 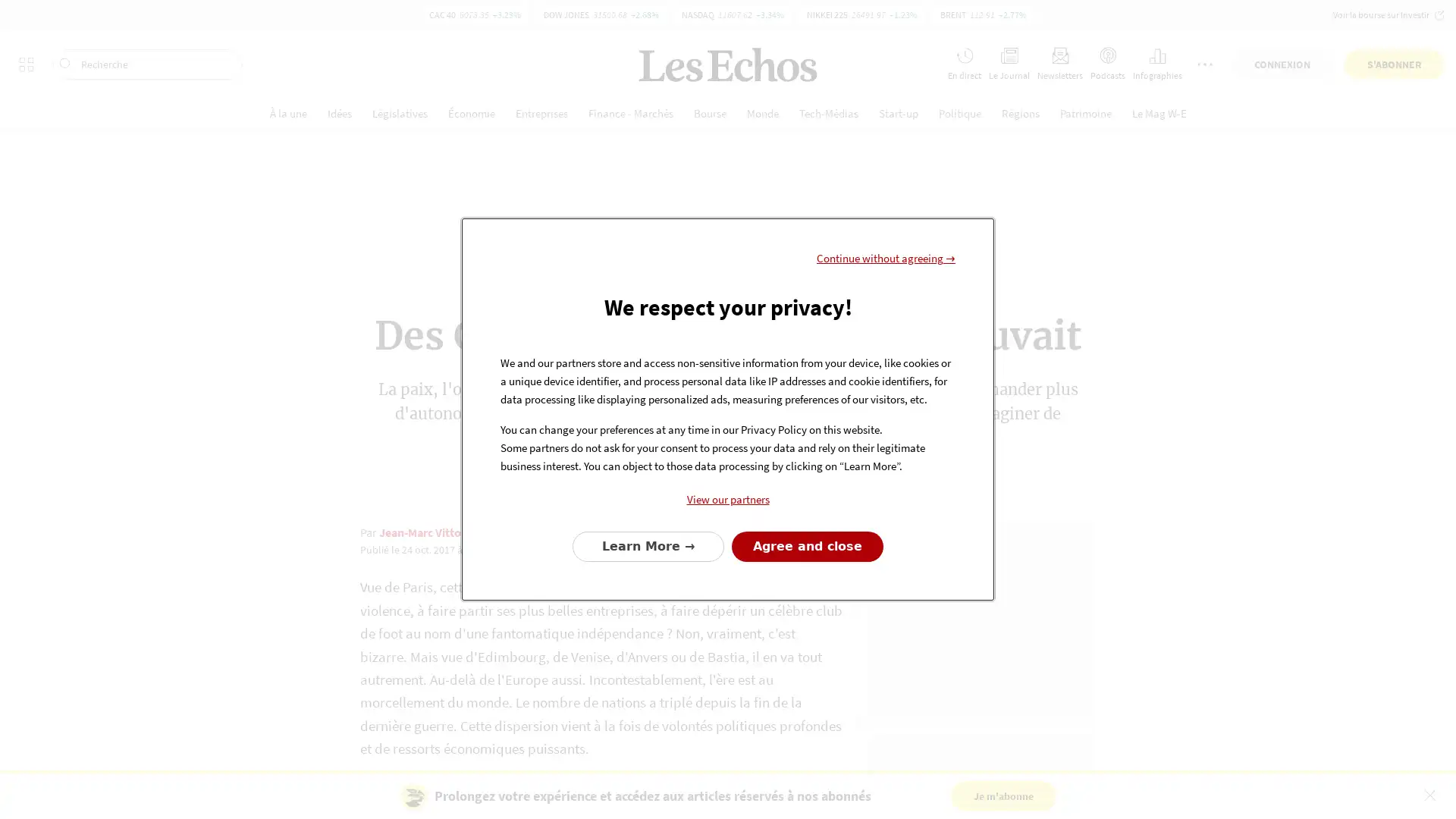 What do you see at coordinates (648, 546) in the screenshot?
I see `Configure your consents` at bounding box center [648, 546].